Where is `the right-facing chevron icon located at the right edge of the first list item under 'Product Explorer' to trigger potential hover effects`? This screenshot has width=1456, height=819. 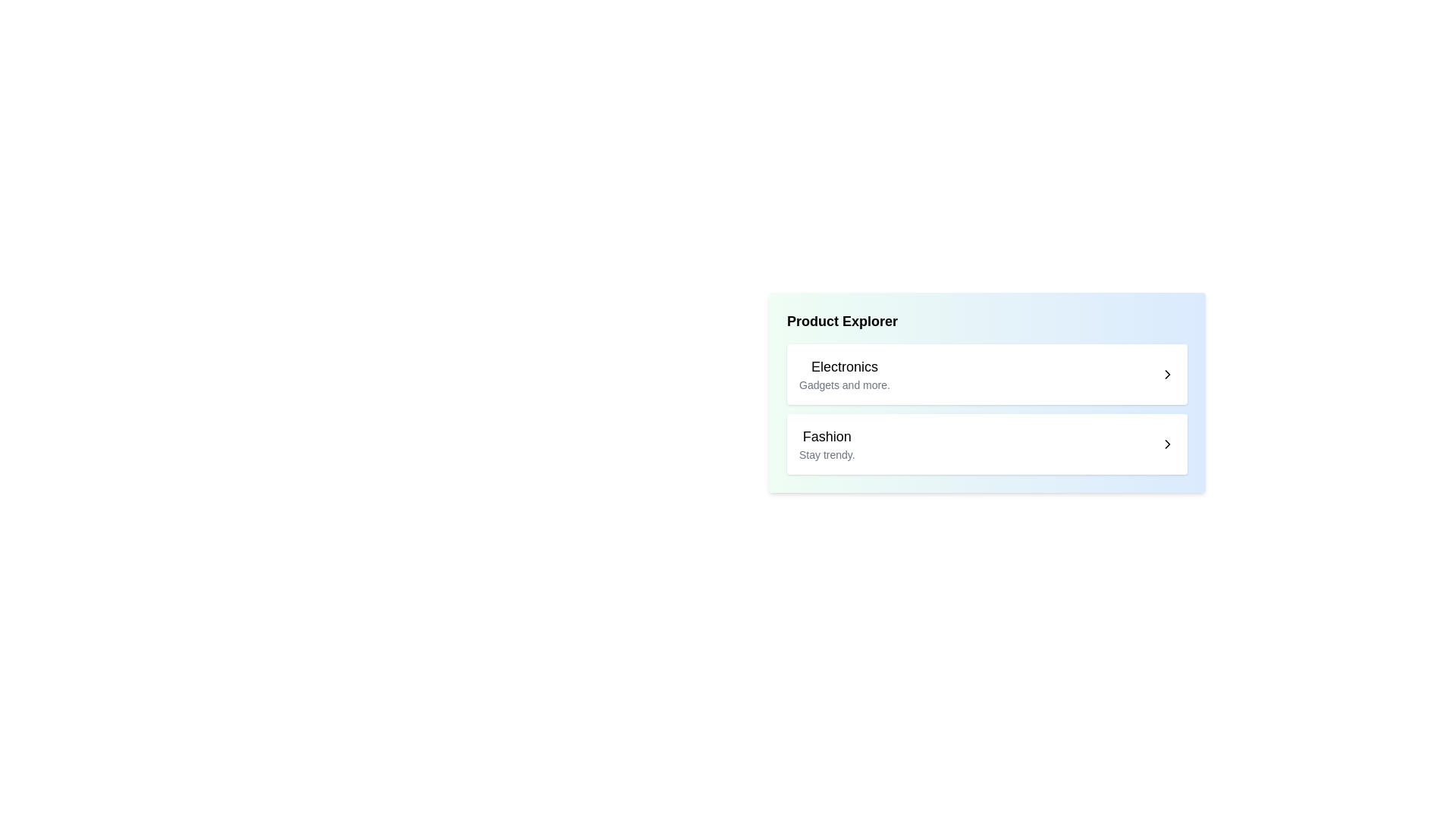 the right-facing chevron icon located at the right edge of the first list item under 'Product Explorer' to trigger potential hover effects is located at coordinates (1167, 374).